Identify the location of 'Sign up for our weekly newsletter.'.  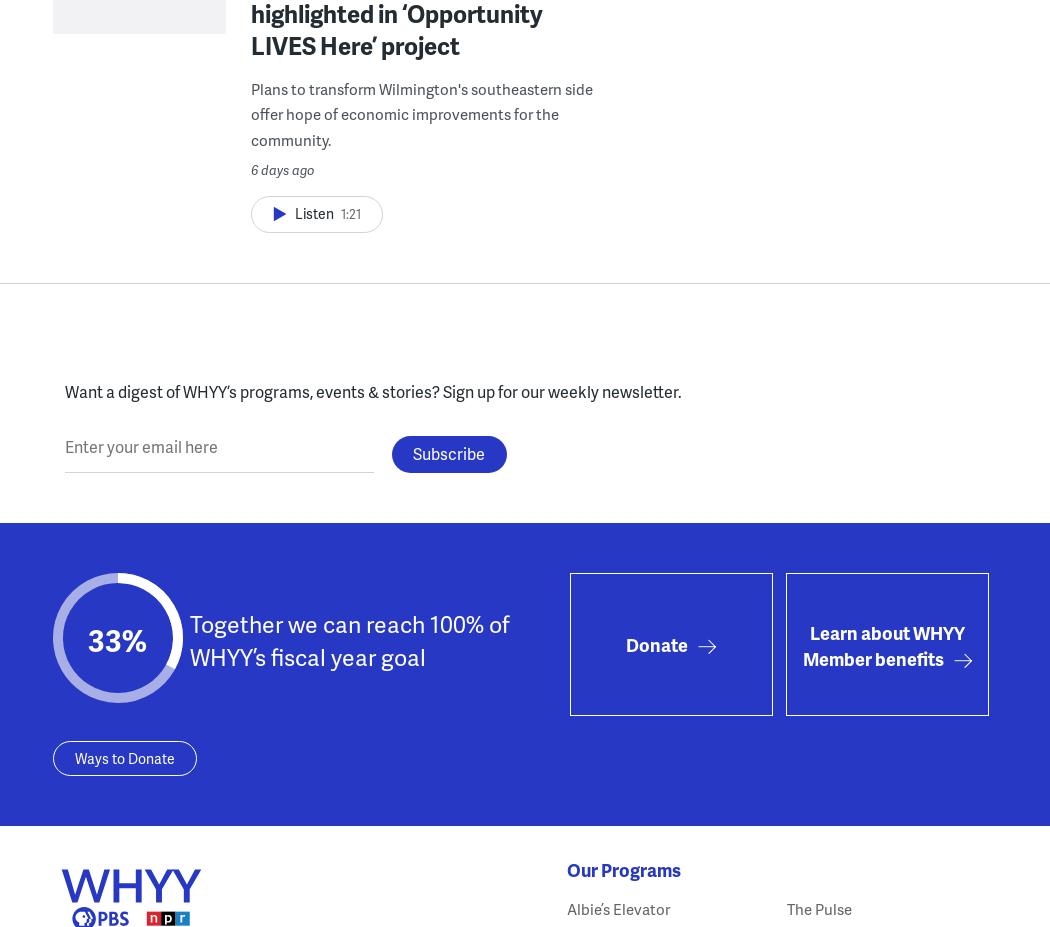
(561, 389).